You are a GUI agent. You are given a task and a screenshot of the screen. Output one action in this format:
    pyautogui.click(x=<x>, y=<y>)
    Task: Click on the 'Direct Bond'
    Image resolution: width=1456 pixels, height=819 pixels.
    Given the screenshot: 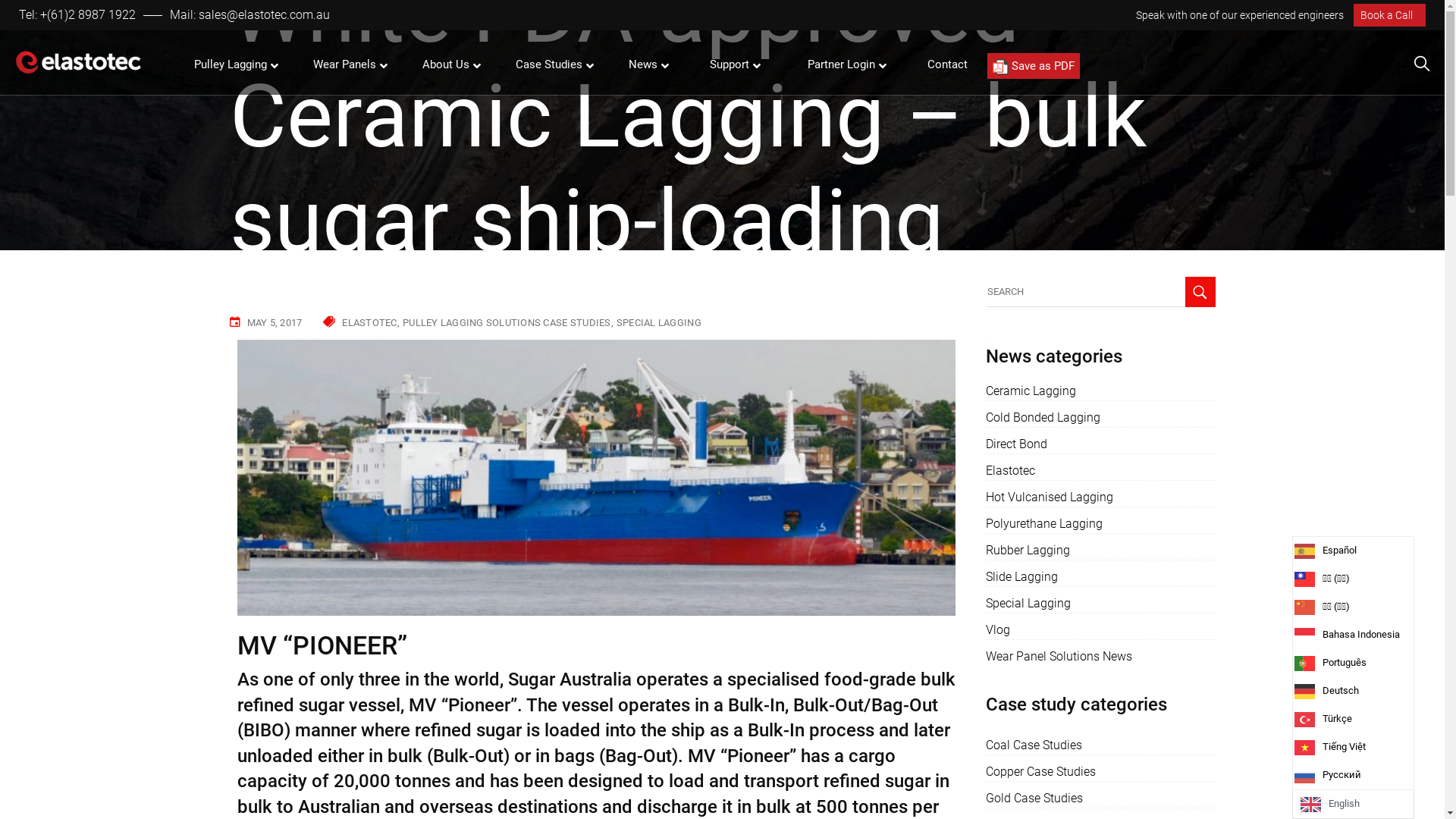 What is the action you would take?
    pyautogui.click(x=1016, y=444)
    